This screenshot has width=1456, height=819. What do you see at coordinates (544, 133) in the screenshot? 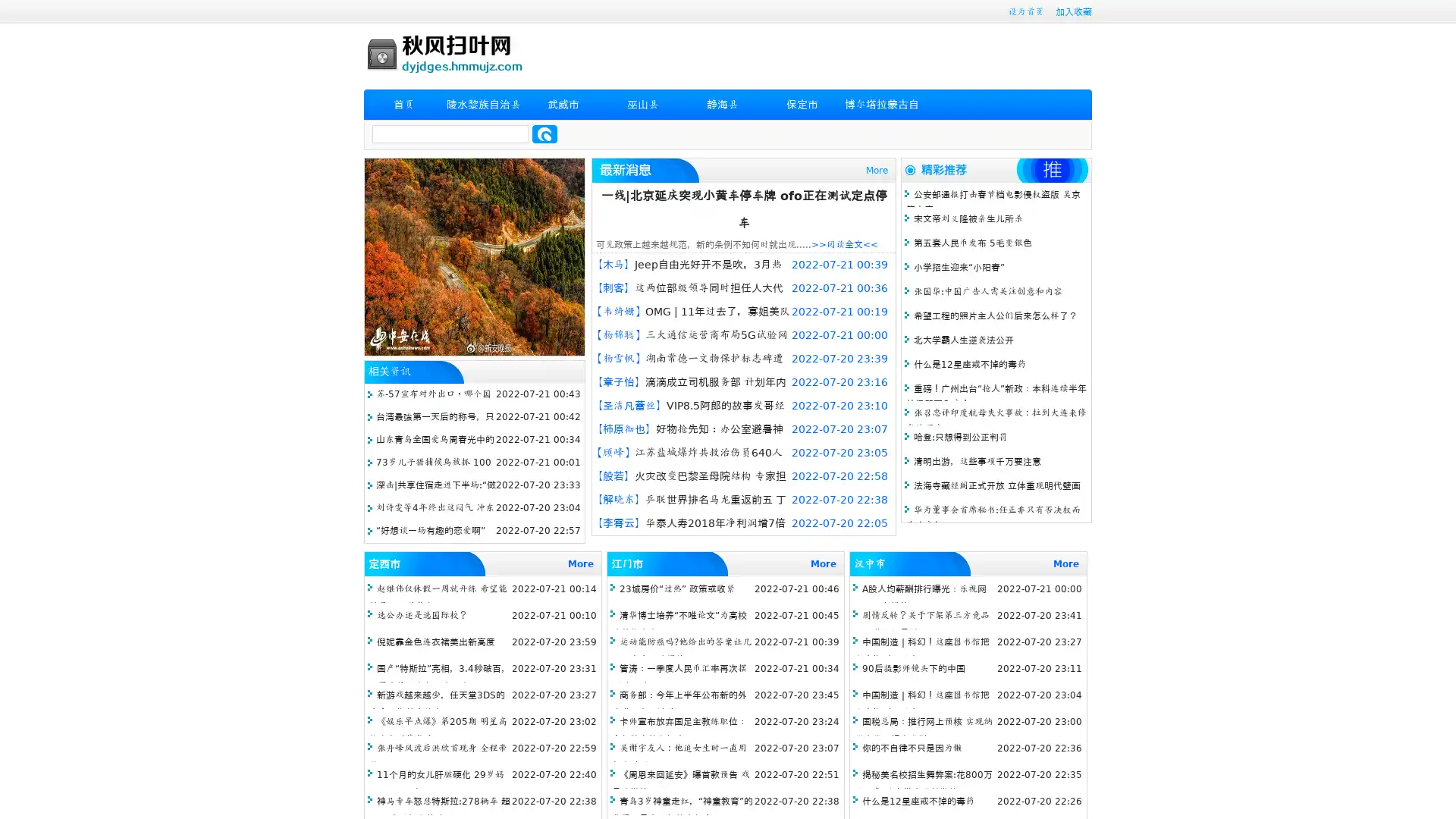
I see `Search` at bounding box center [544, 133].